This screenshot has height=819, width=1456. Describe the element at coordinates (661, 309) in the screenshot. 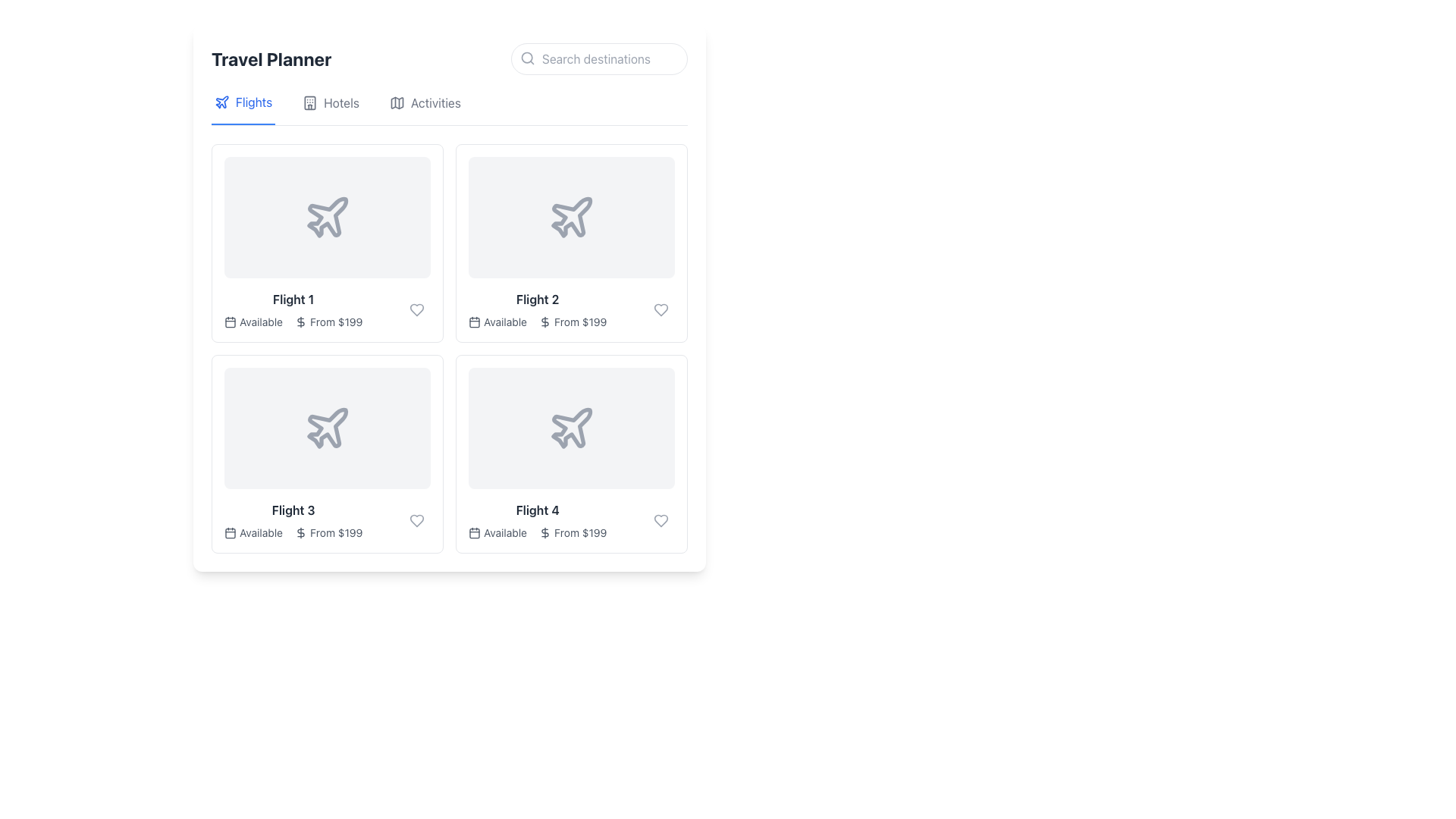

I see `the heart-shaped icon located at the bottom right area of the second card in the grid layout to mark the associated flight as favorite` at that location.